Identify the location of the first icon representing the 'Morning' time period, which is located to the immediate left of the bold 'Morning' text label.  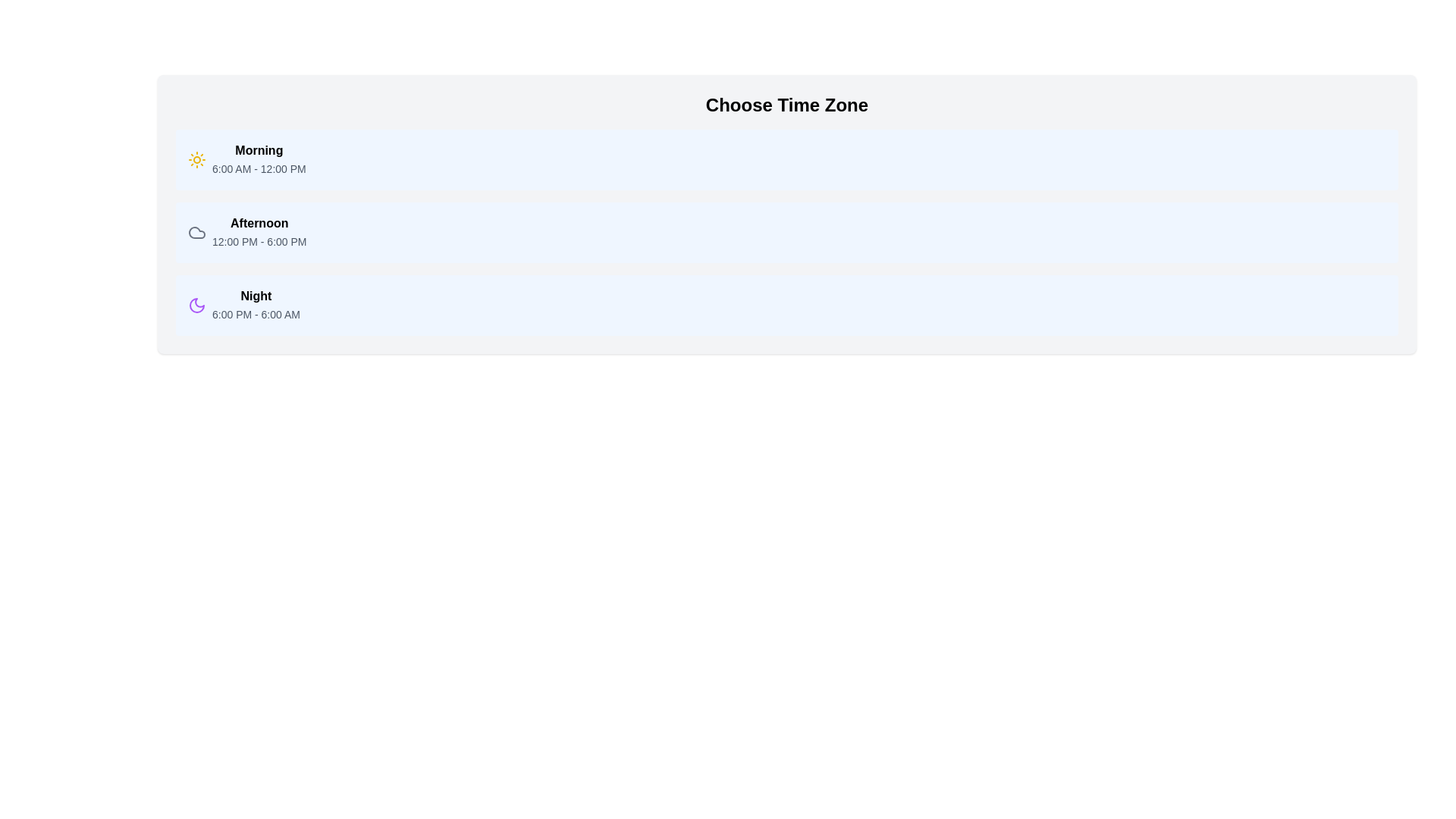
(196, 160).